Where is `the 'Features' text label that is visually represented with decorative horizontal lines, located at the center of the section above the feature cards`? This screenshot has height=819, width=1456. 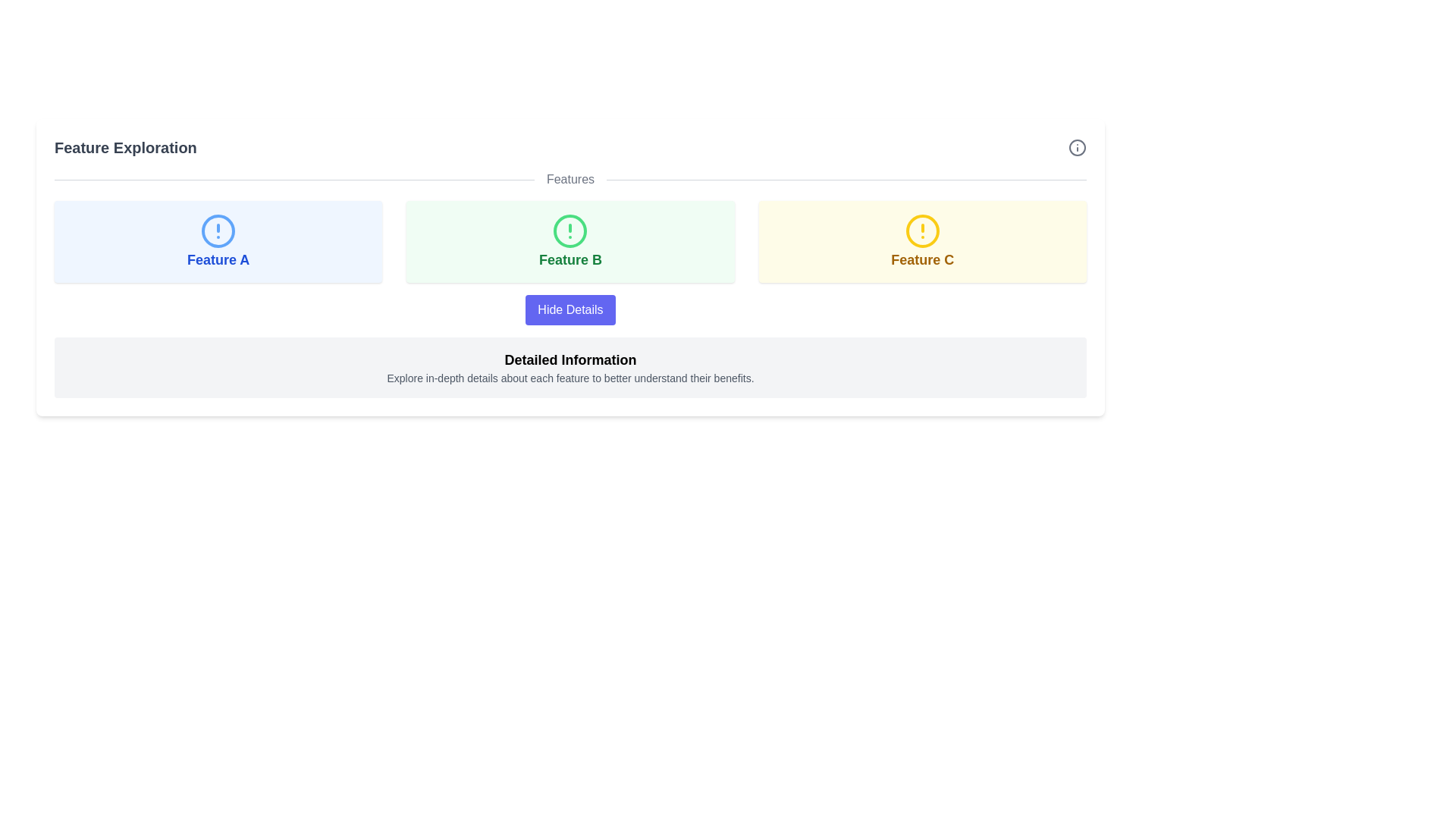
the 'Features' text label that is visually represented with decorative horizontal lines, located at the center of the section above the feature cards is located at coordinates (570, 178).